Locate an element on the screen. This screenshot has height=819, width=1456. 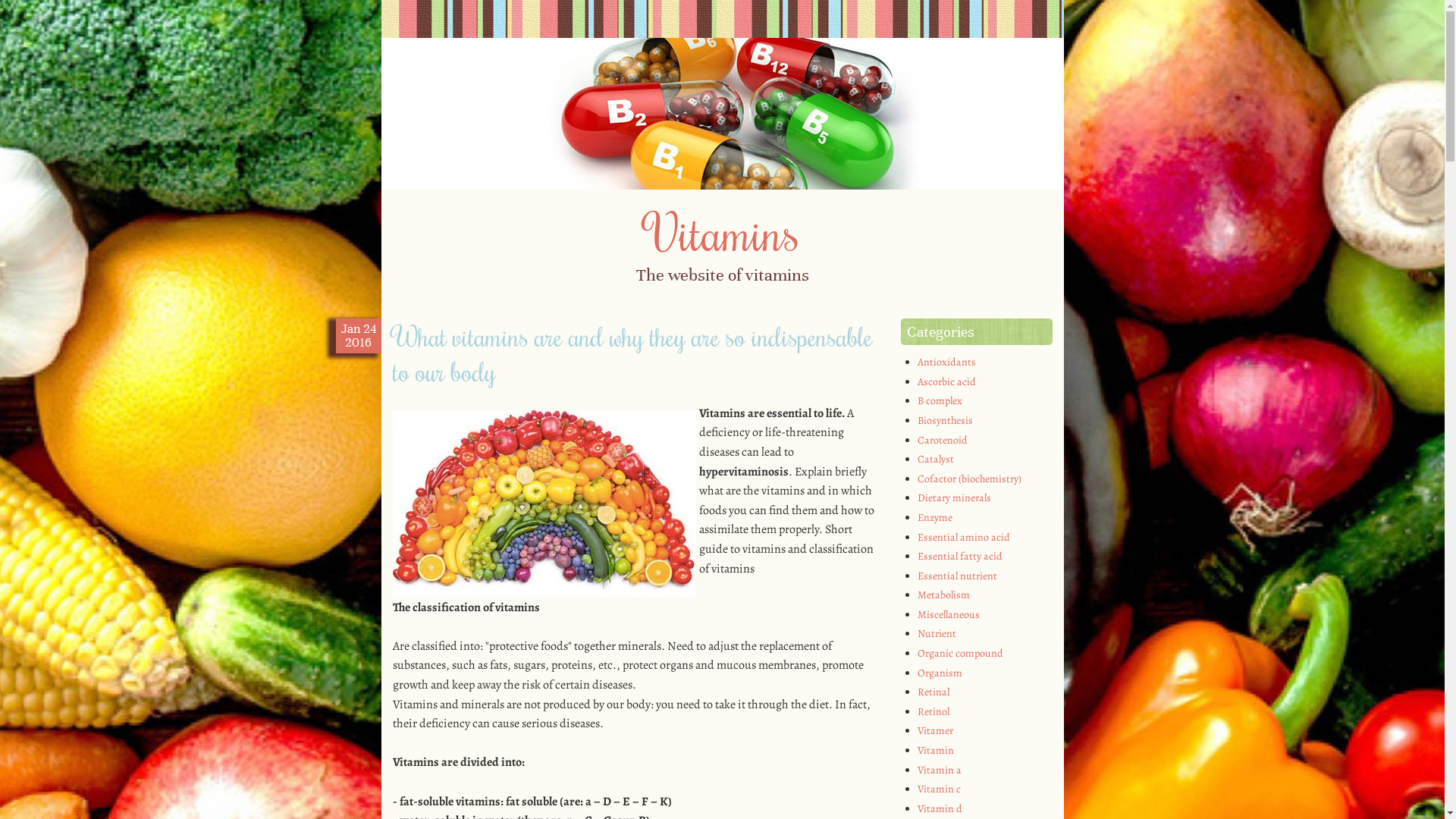
'Ascorbic acid' is located at coordinates (946, 381).